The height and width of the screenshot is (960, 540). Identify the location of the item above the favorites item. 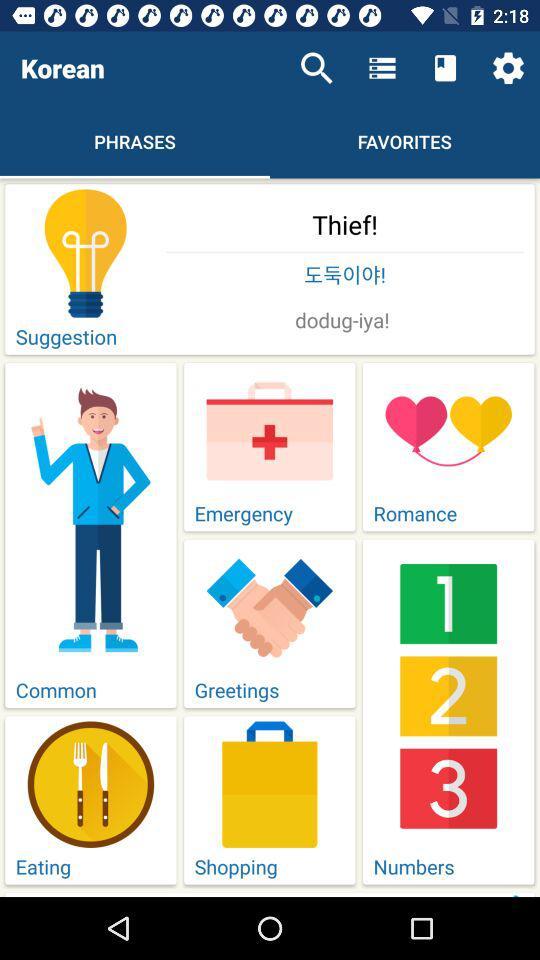
(445, 68).